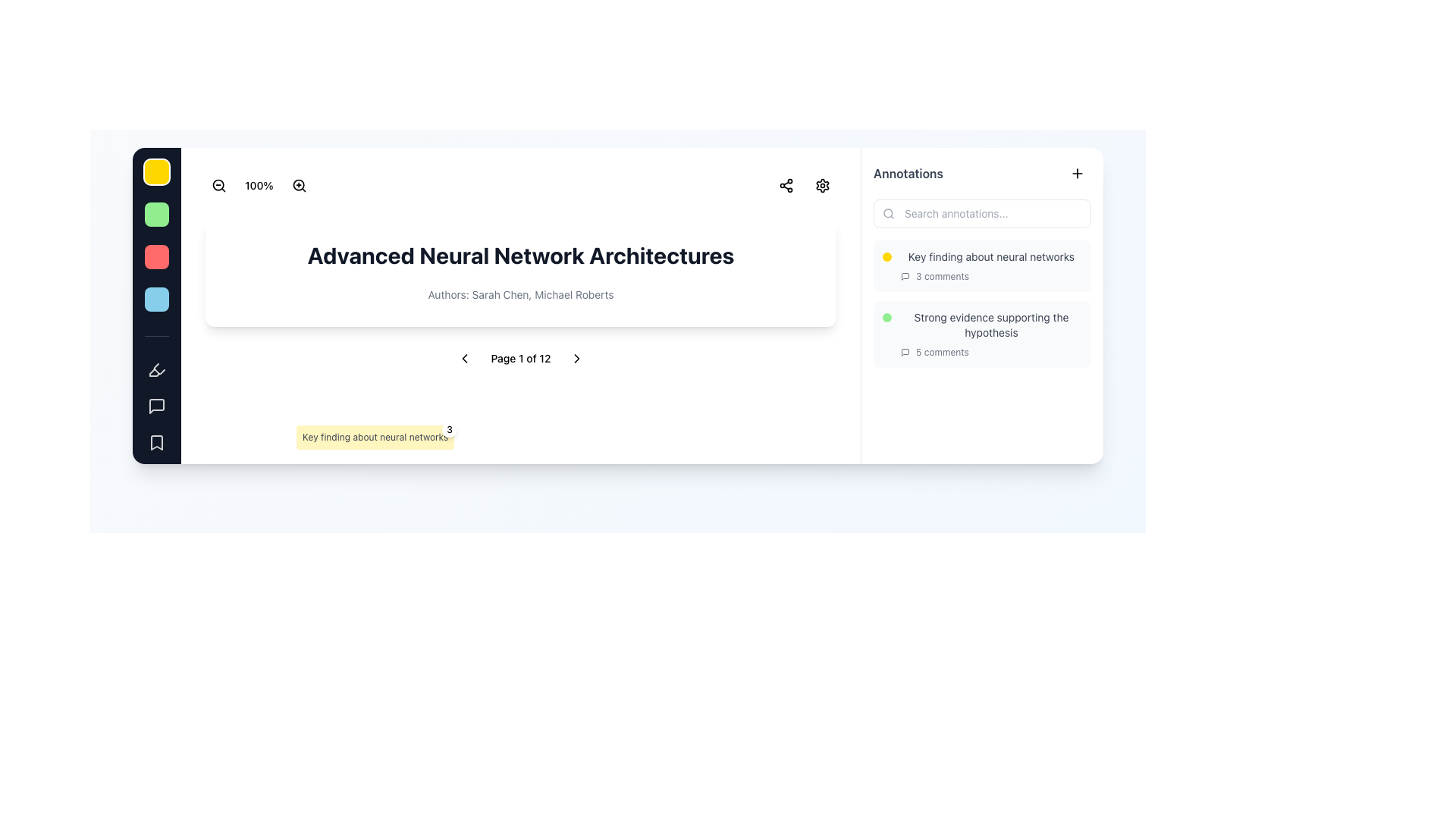 Image resolution: width=1456 pixels, height=819 pixels. What do you see at coordinates (156, 442) in the screenshot?
I see `the bookmark icon located at the bottom of the vertical menu bar` at bounding box center [156, 442].